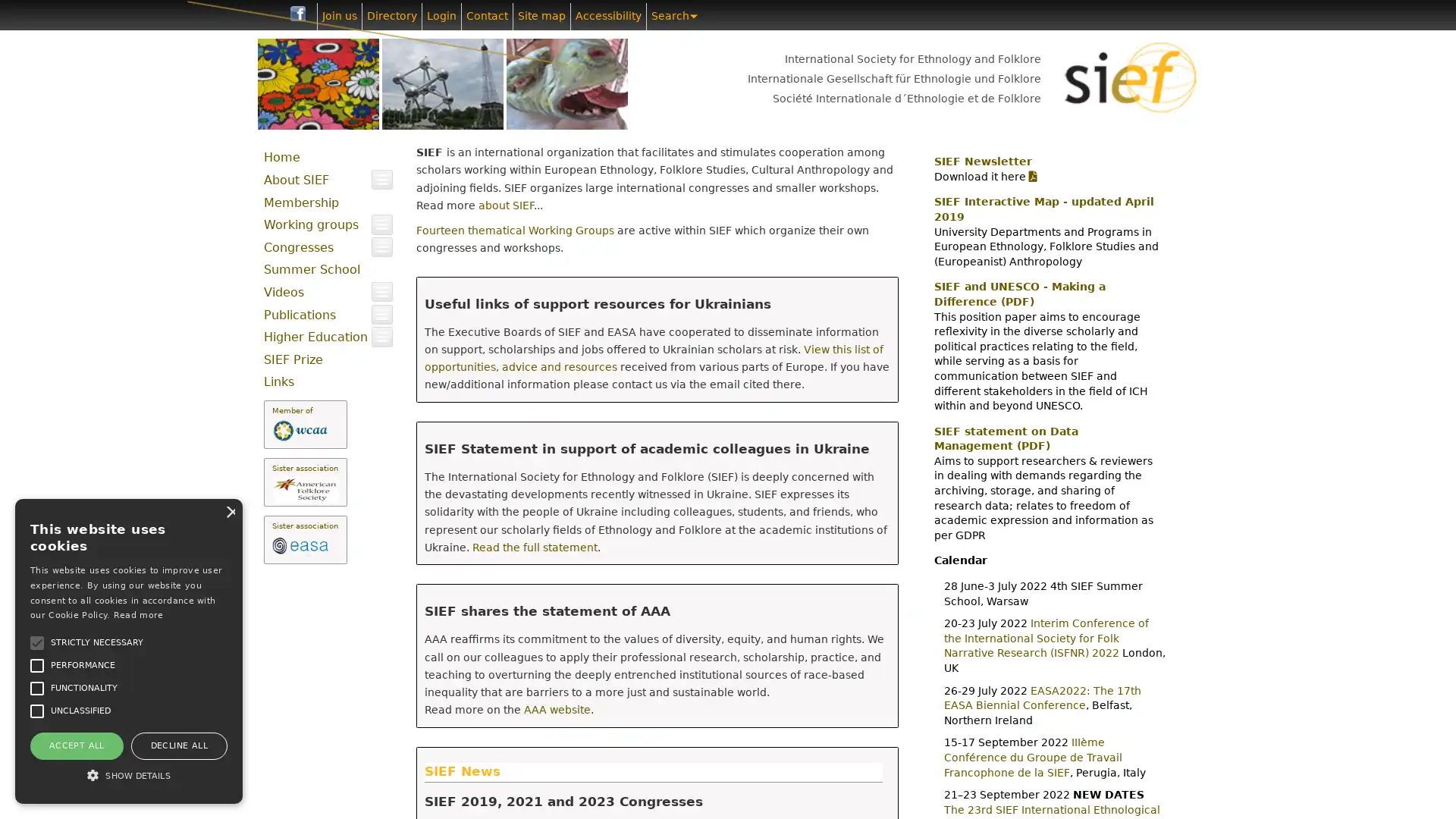  What do you see at coordinates (228, 511) in the screenshot?
I see `Close` at bounding box center [228, 511].